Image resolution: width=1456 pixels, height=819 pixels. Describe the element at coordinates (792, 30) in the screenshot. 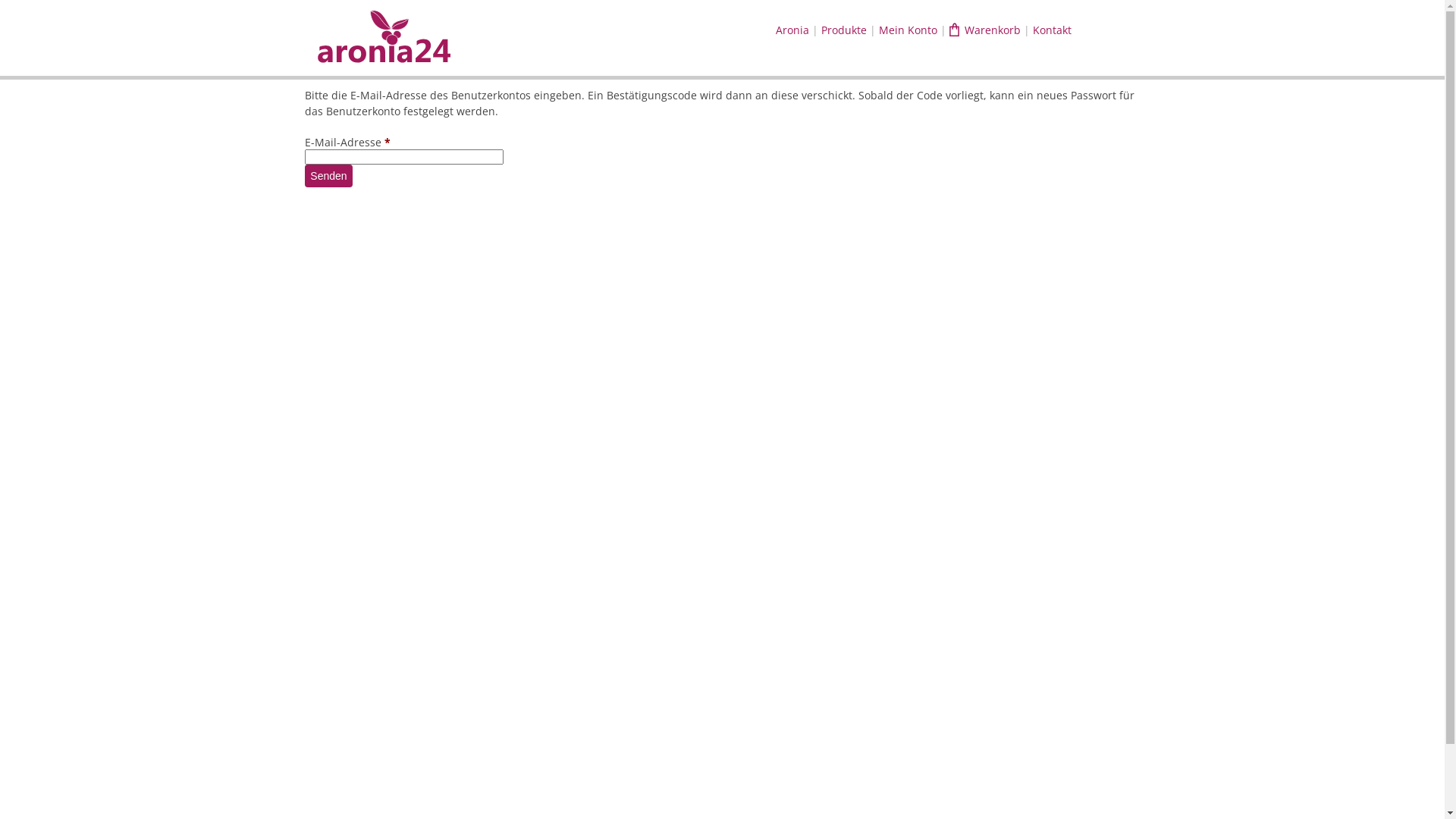

I see `'Aronia'` at that location.